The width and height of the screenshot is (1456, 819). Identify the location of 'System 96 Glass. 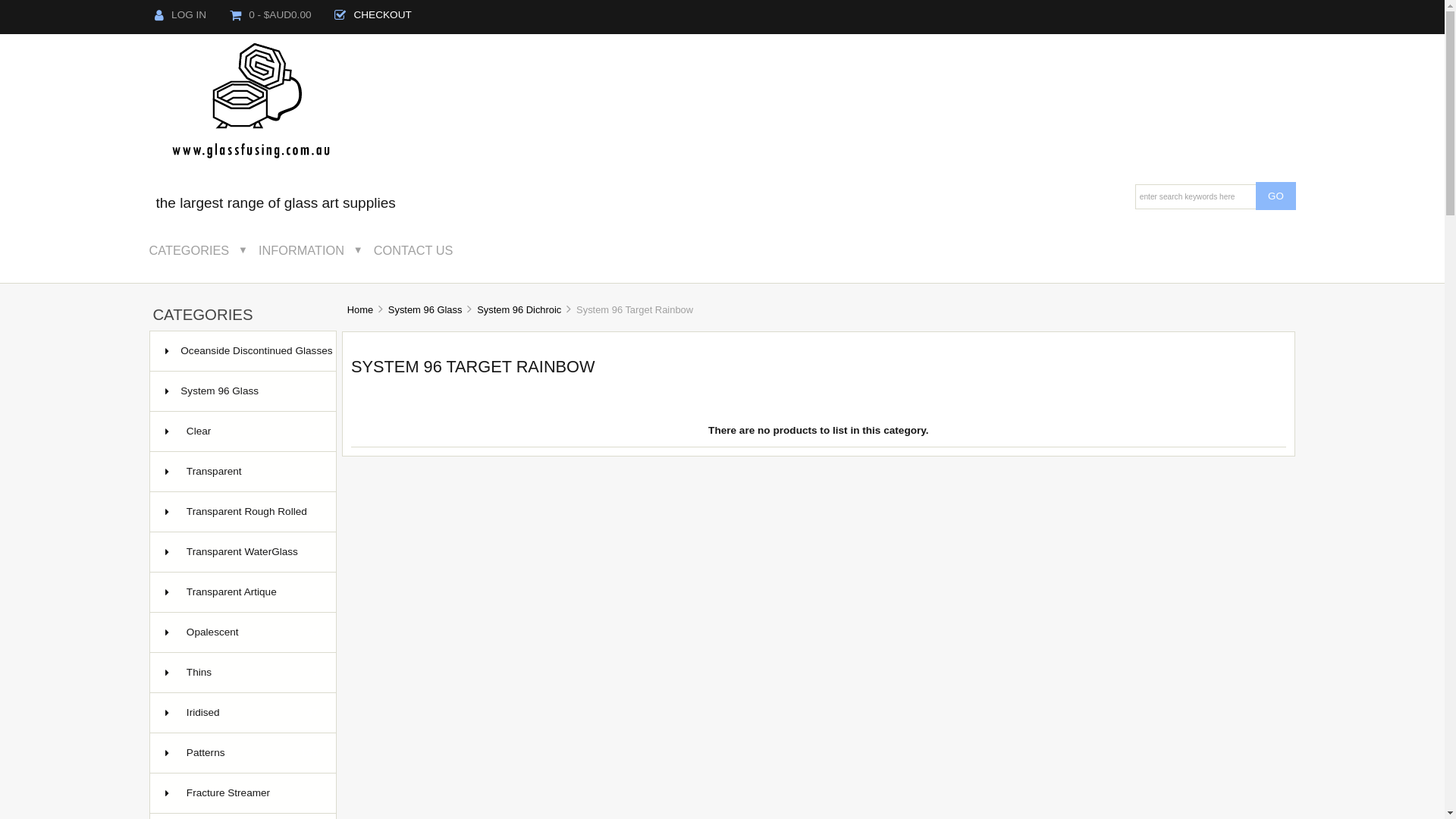
(243, 391).